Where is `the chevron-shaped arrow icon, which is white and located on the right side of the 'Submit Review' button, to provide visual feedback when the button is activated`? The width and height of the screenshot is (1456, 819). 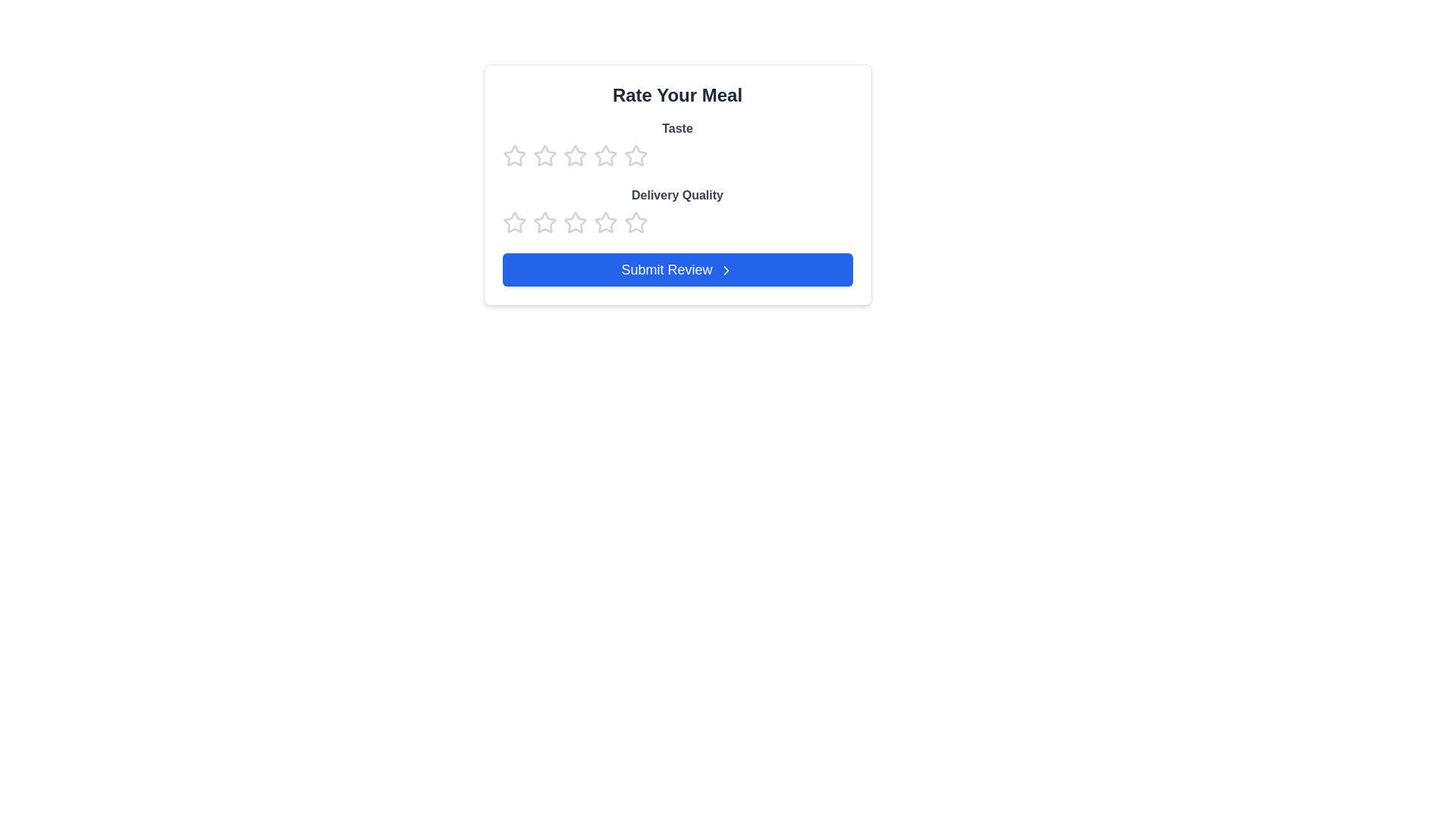 the chevron-shaped arrow icon, which is white and located on the right side of the 'Submit Review' button, to provide visual feedback when the button is activated is located at coordinates (725, 270).